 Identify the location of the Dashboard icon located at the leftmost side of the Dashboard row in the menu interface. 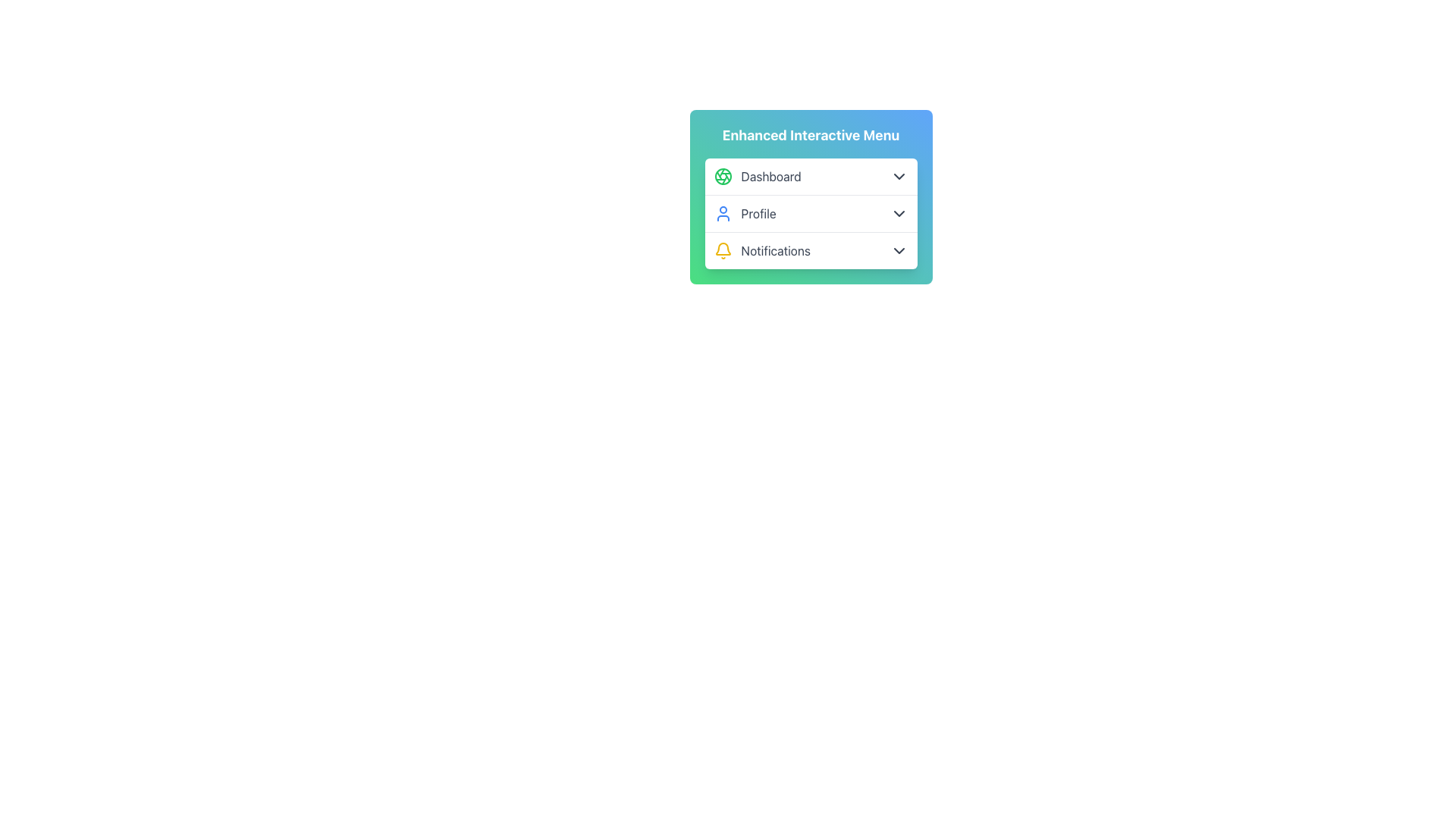
(722, 175).